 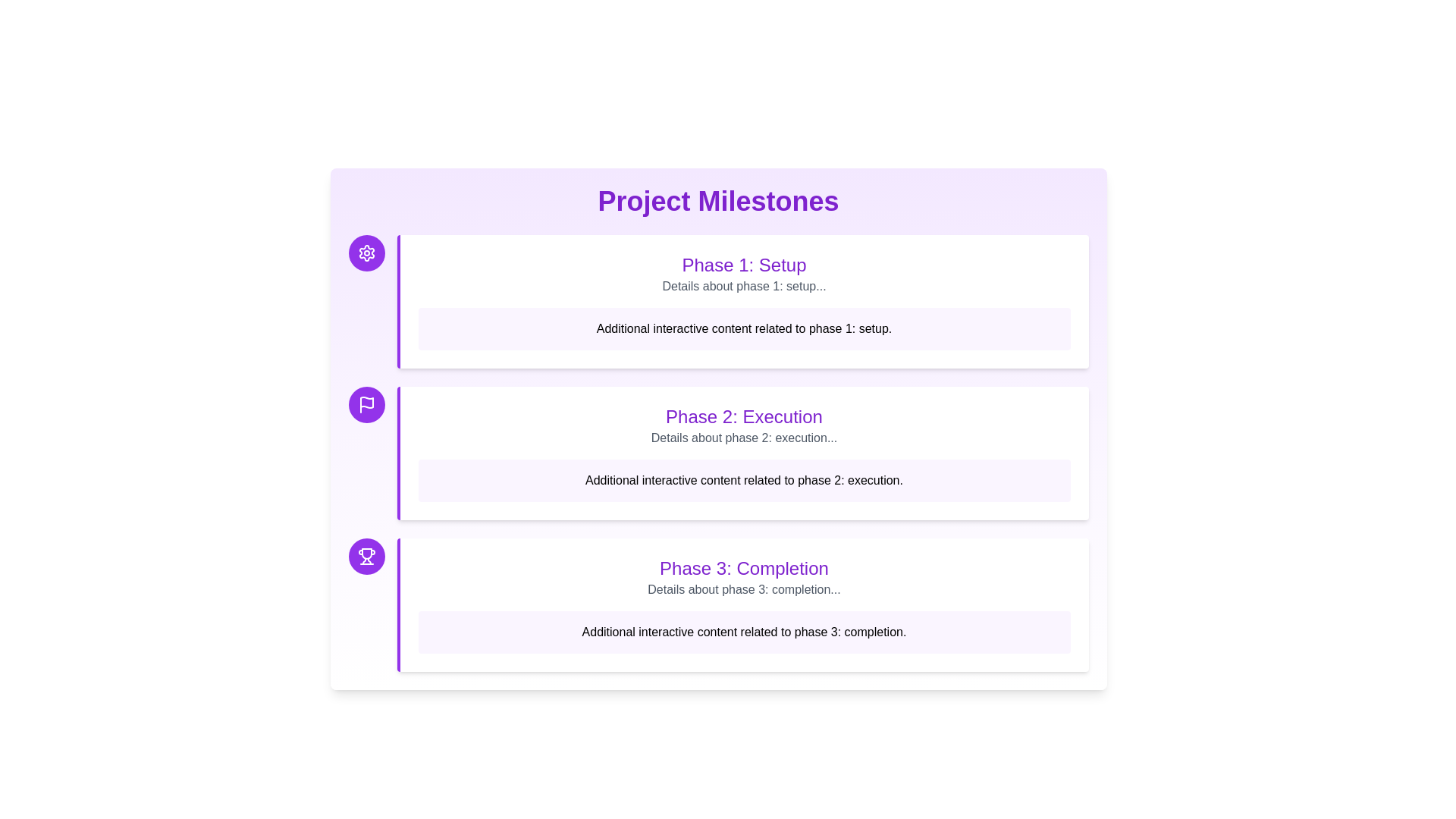 What do you see at coordinates (744, 287) in the screenshot?
I see `the text 'Details about phase 1: setup...'` at bounding box center [744, 287].